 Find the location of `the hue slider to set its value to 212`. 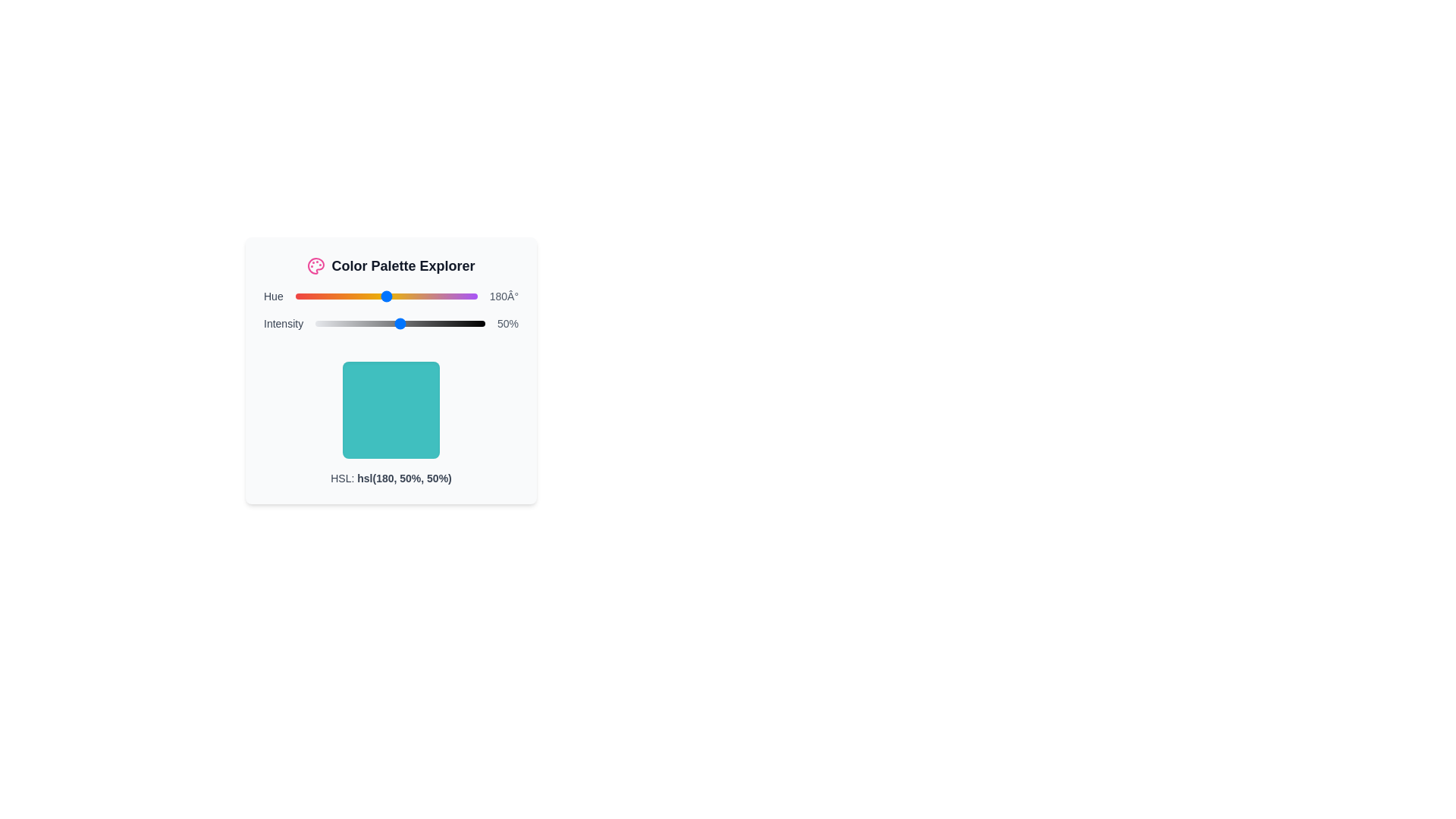

the hue slider to set its value to 212 is located at coordinates (403, 296).